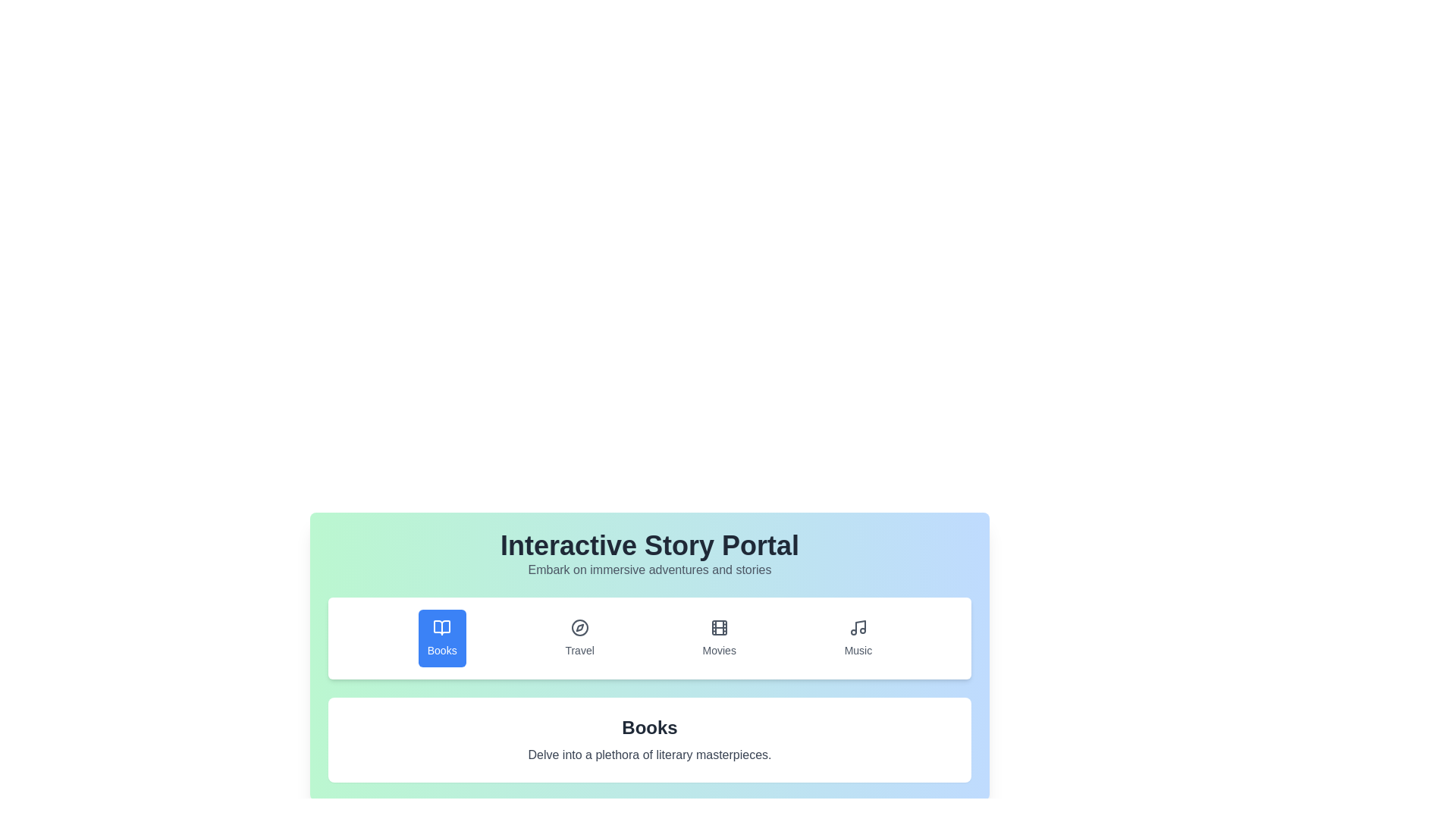  Describe the element at coordinates (441, 638) in the screenshot. I see `the 'Books' category button to possibly reveal additional information or effects` at that location.